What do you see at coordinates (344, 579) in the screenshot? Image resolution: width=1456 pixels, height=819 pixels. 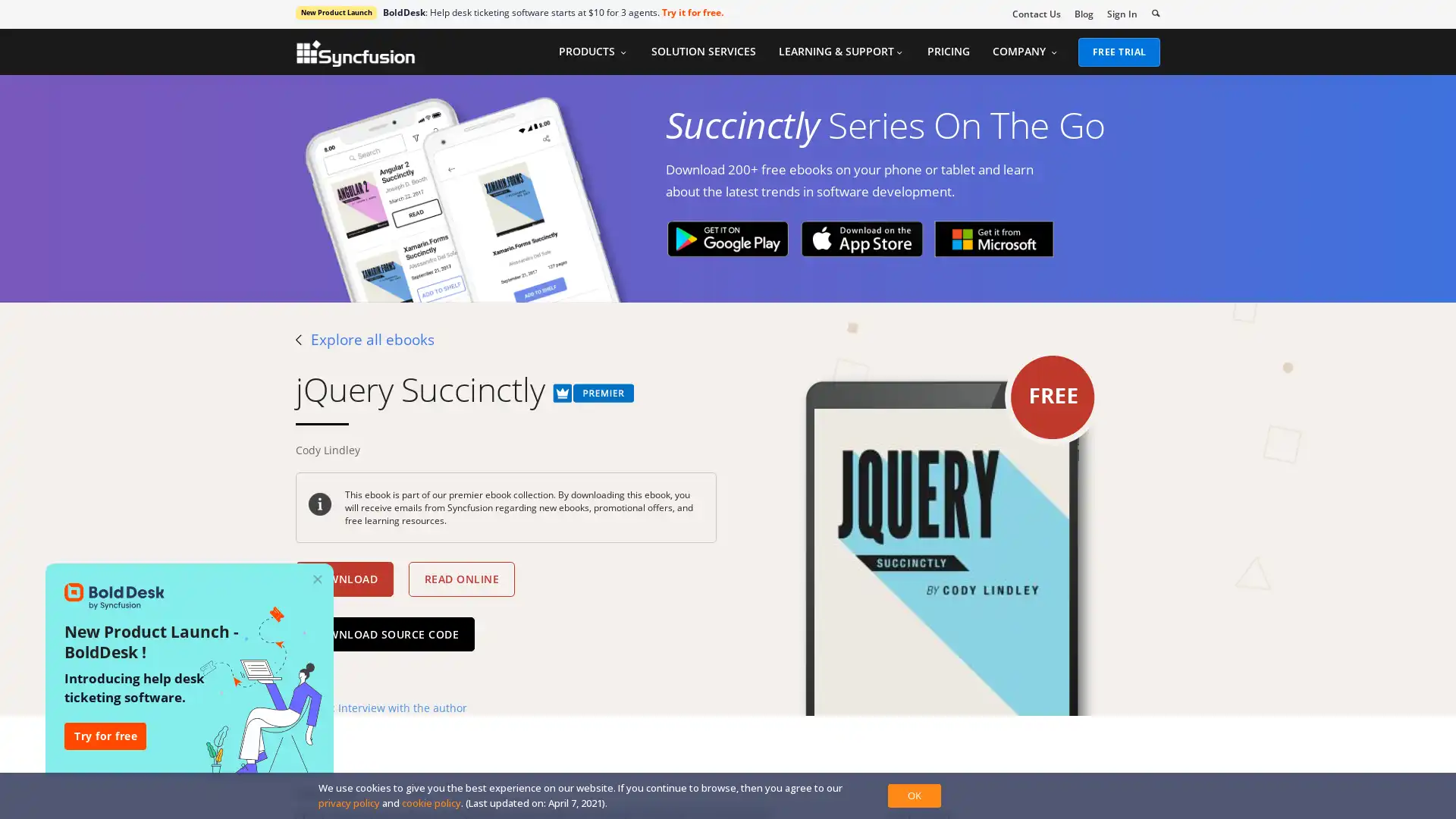 I see `DOWNLOAD` at bounding box center [344, 579].